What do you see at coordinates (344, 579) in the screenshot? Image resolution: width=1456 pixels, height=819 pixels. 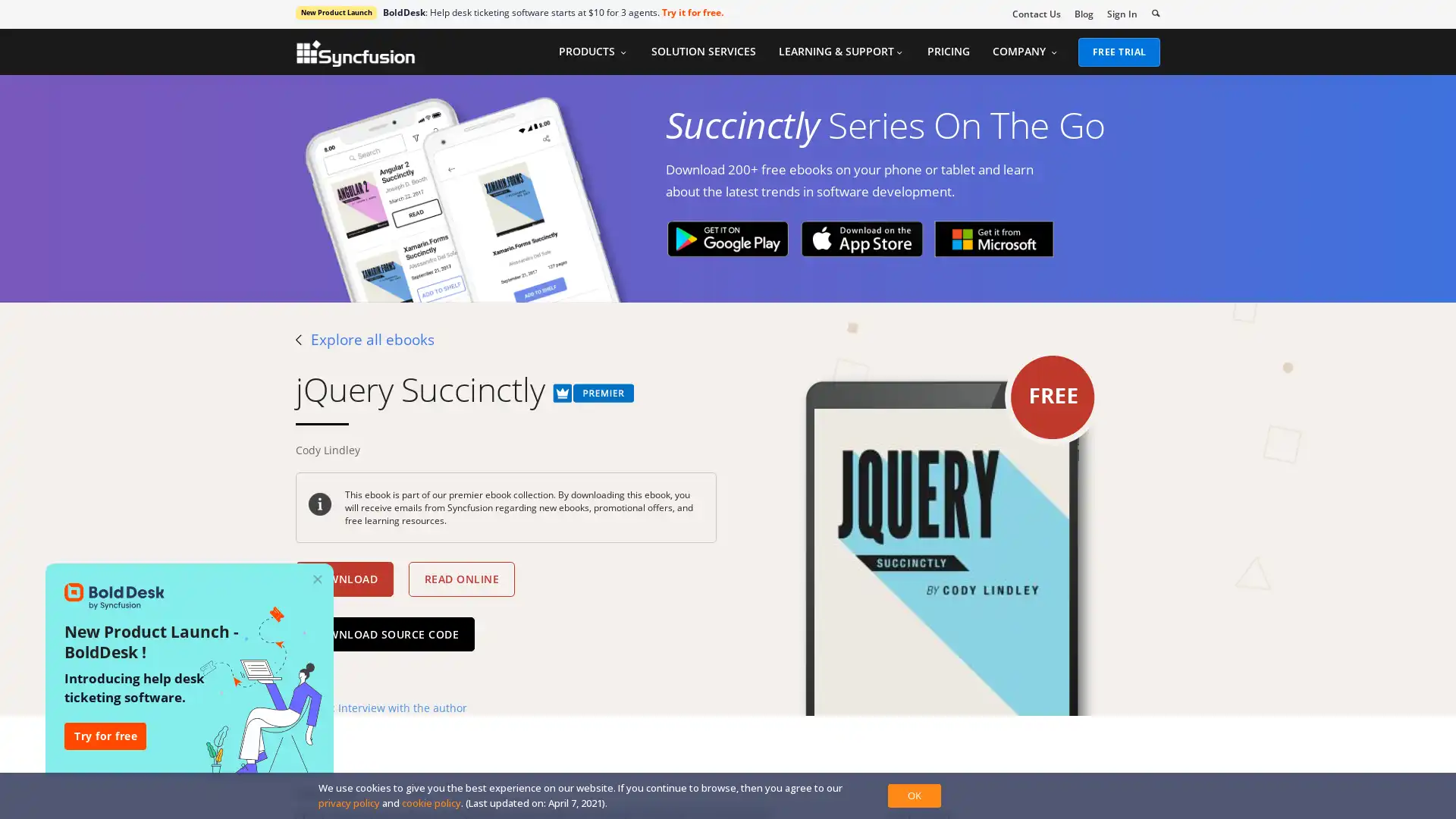 I see `DOWNLOAD` at bounding box center [344, 579].